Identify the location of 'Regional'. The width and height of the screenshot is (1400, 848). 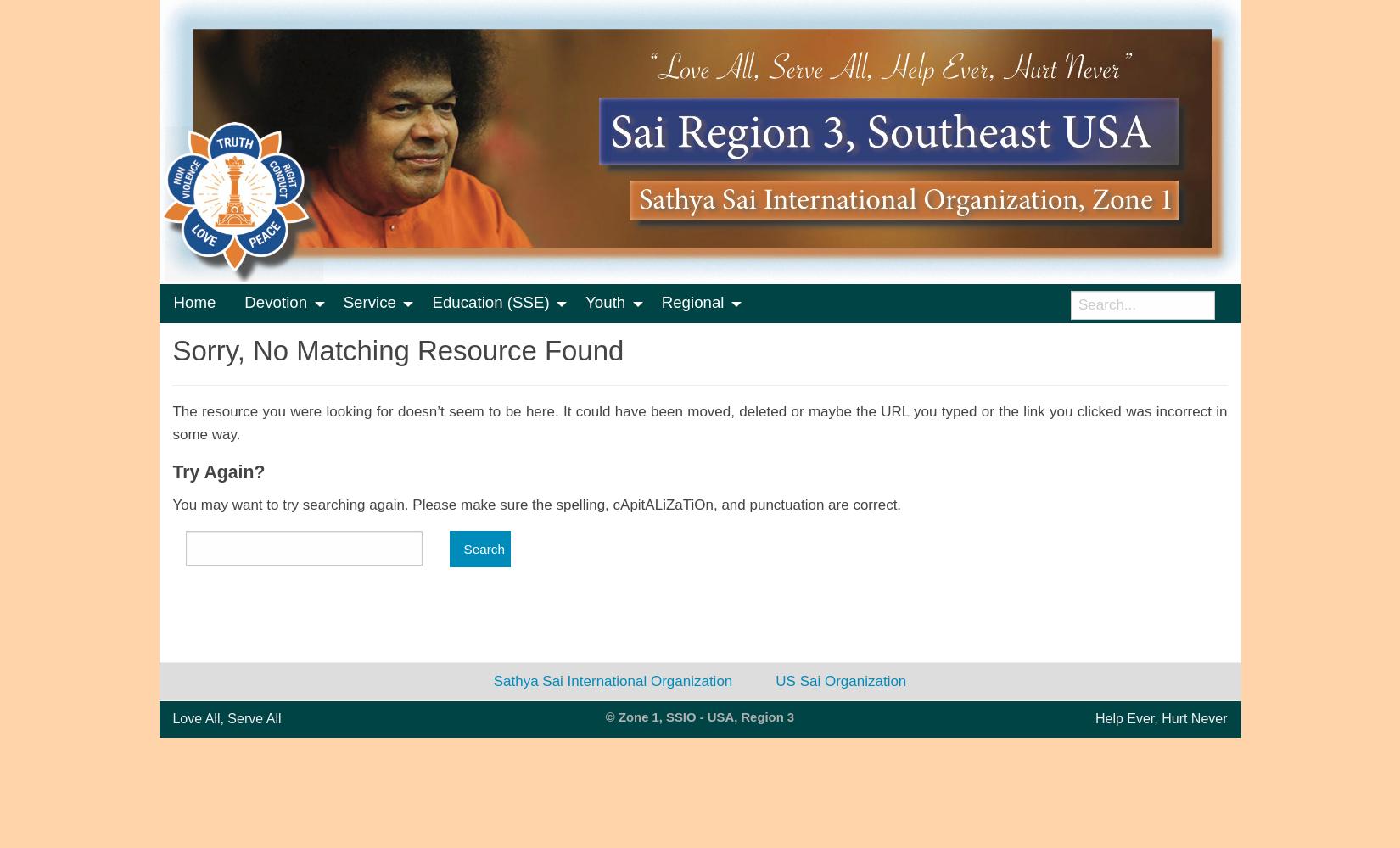
(691, 301).